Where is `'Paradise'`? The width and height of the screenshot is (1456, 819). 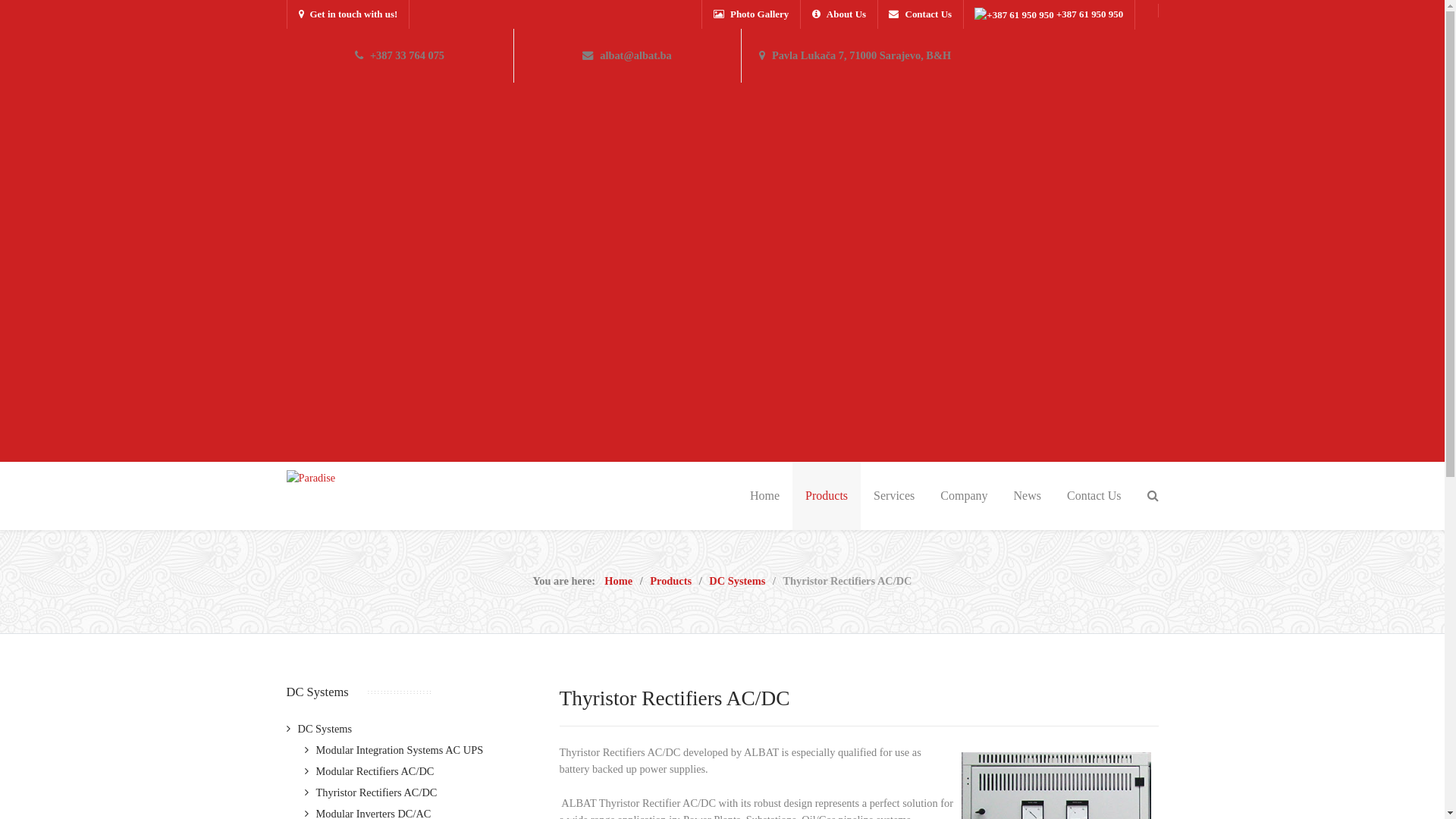 'Paradise' is located at coordinates (310, 476).